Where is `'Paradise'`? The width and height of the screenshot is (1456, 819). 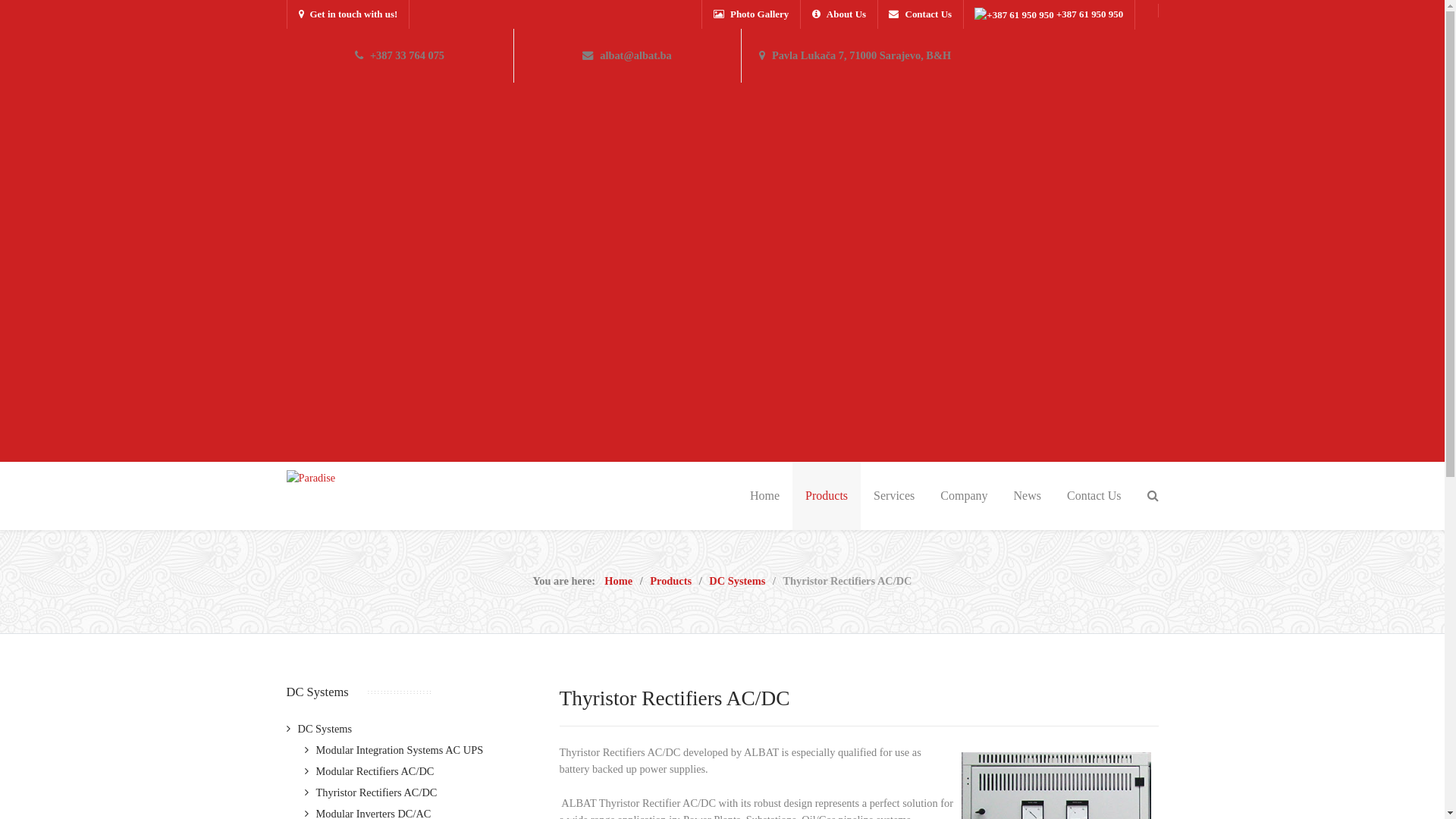 'Paradise' is located at coordinates (310, 476).